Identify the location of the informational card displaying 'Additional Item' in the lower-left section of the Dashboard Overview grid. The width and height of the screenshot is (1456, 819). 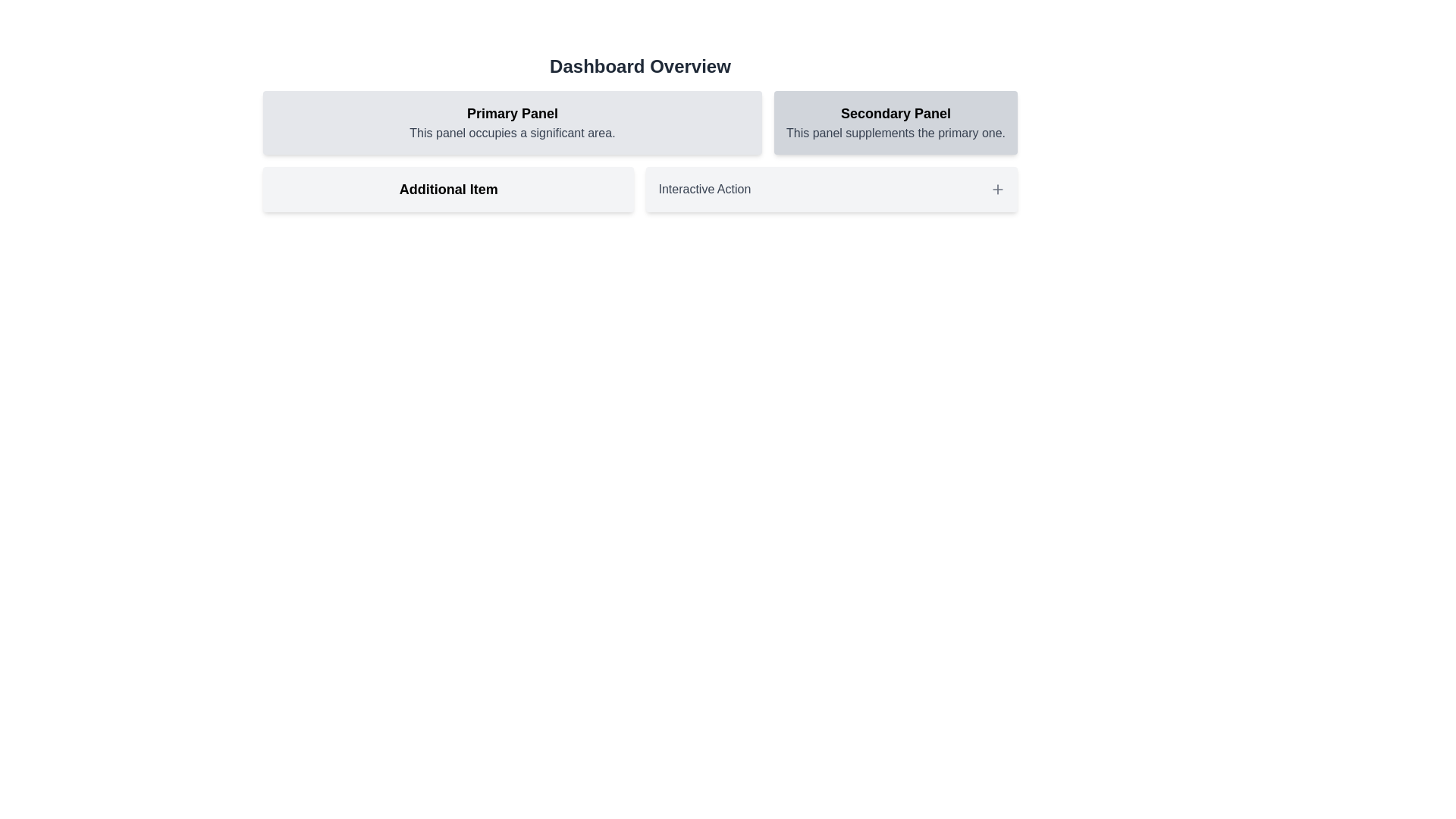
(447, 189).